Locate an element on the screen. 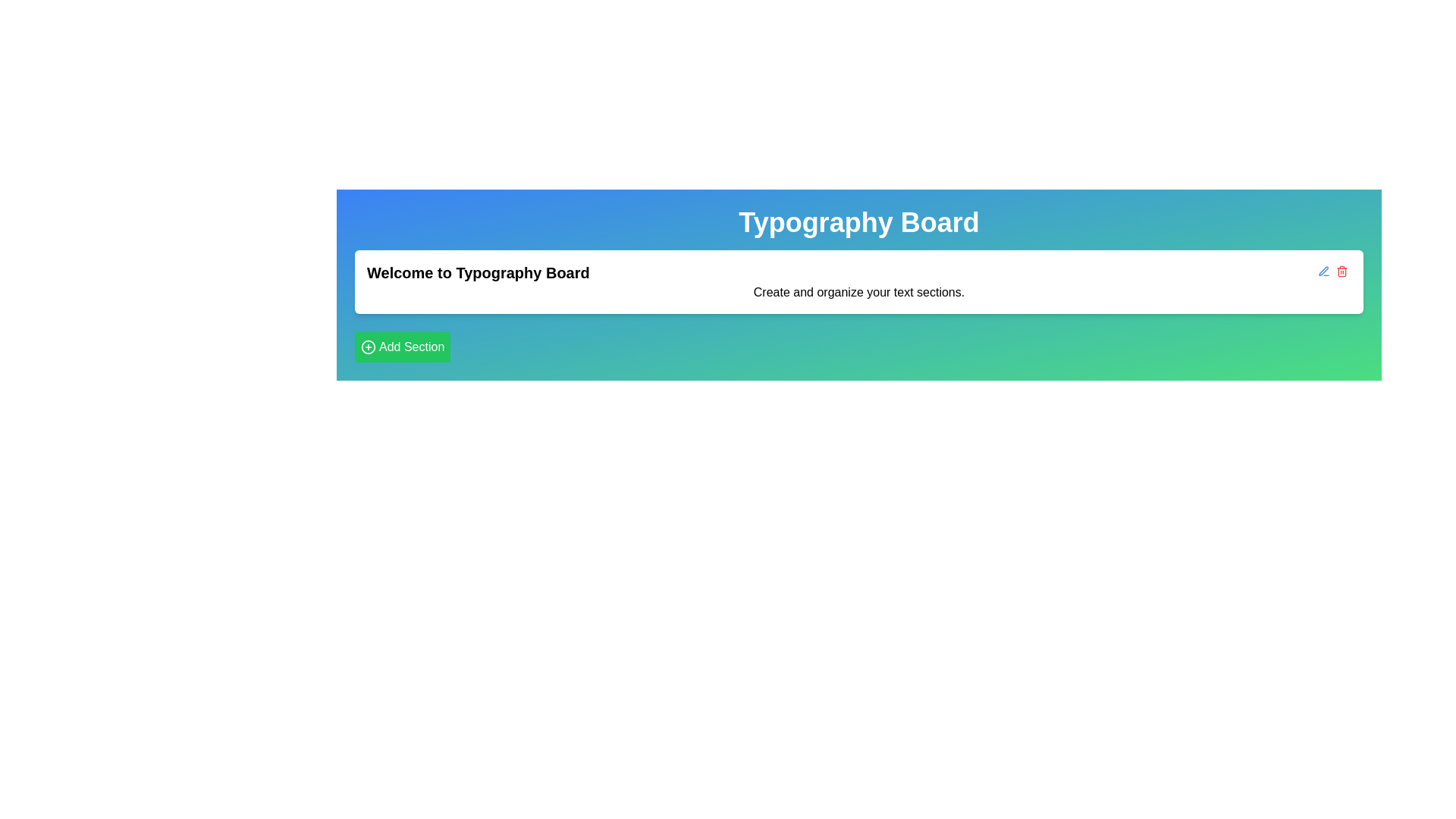 Image resolution: width=1456 pixels, height=819 pixels. text element that contains 'Create and organize your text sections.' located below the header 'Welcome to Typography Board' is located at coordinates (858, 292).